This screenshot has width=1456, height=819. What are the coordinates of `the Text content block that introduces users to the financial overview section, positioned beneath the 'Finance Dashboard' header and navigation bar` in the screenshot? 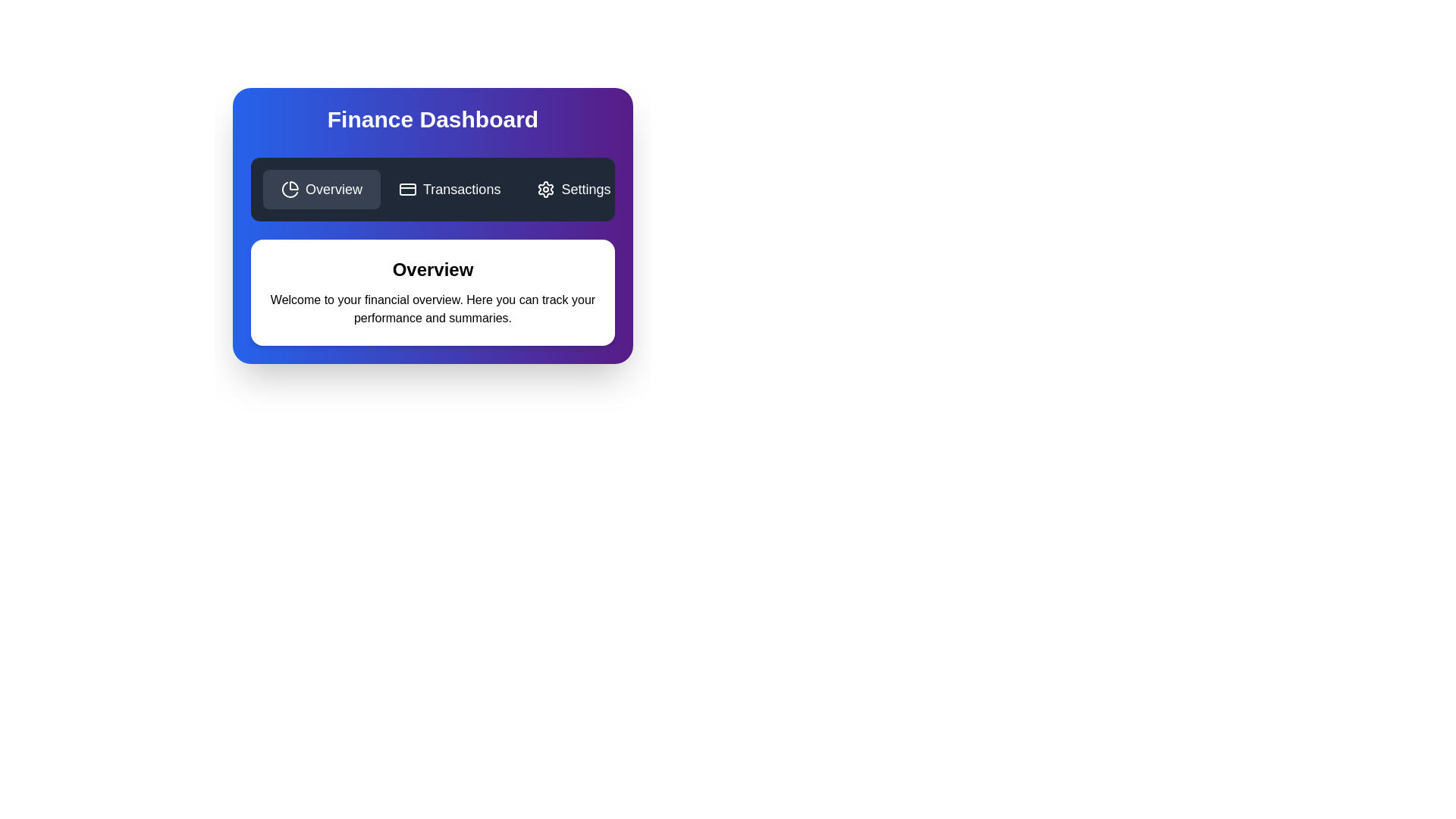 It's located at (432, 292).